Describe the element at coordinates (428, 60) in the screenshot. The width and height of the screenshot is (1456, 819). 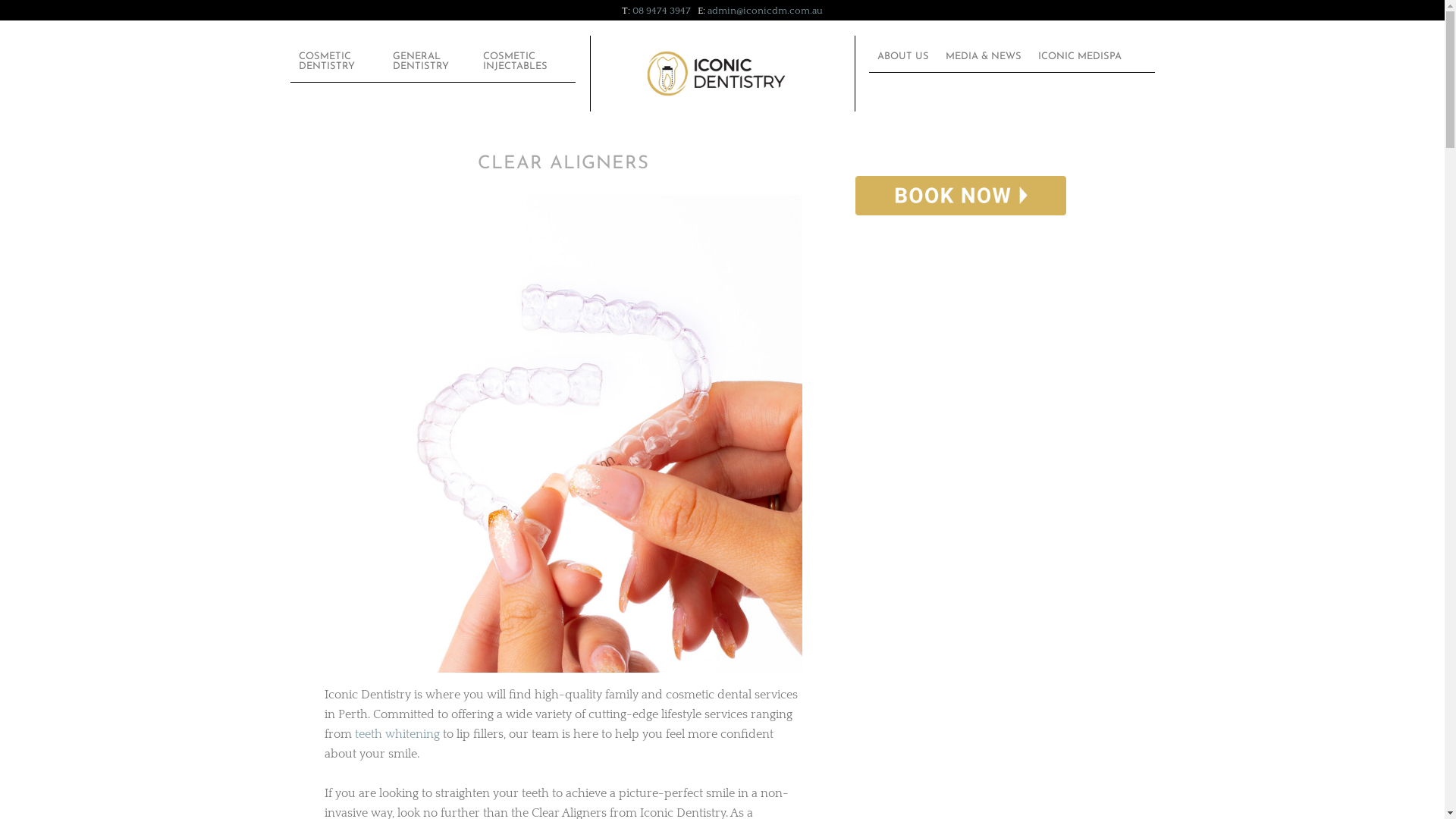
I see `'GENERAL DENTISTRY'` at that location.